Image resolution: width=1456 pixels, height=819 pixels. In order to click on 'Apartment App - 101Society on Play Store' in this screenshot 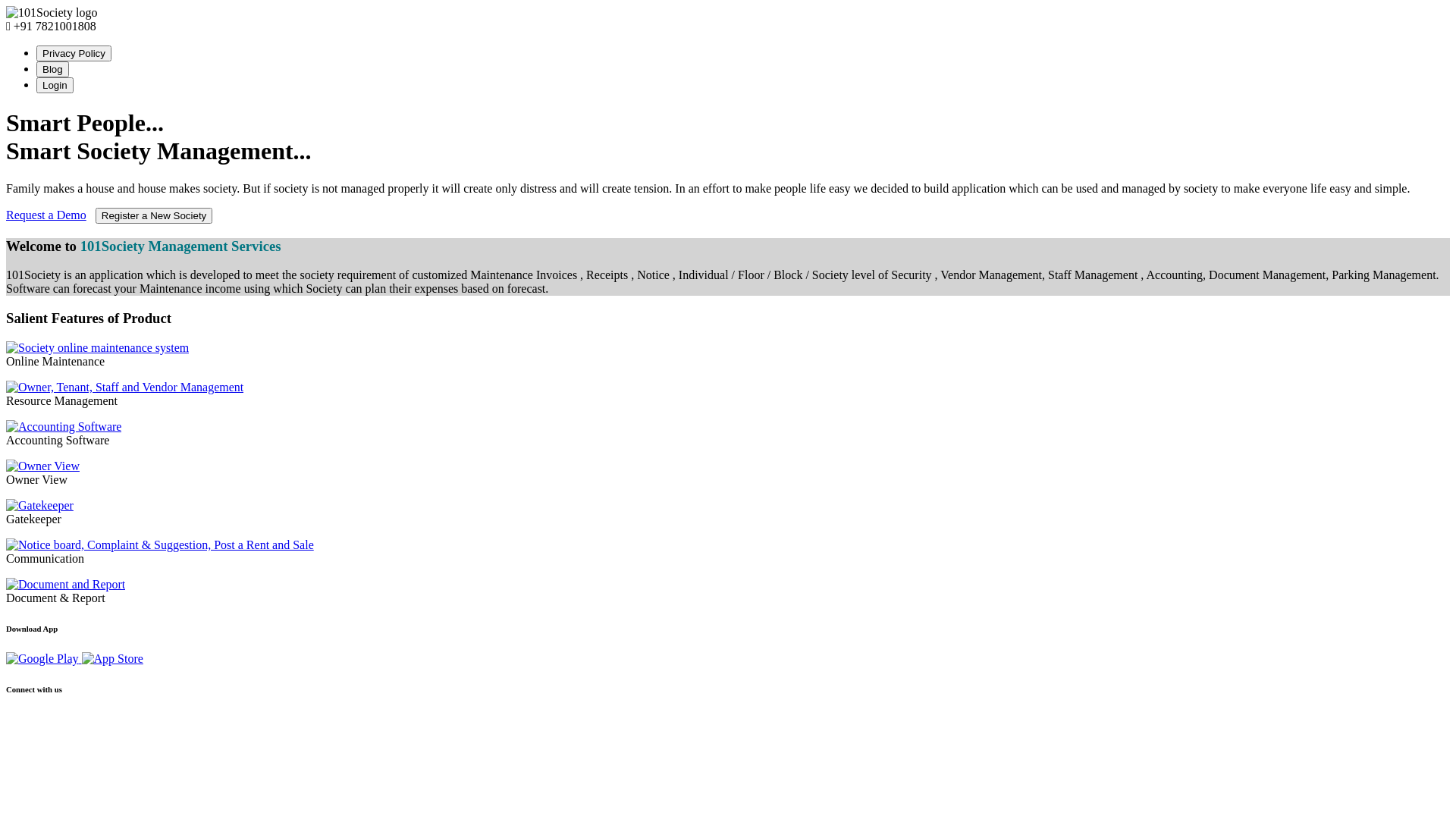, I will do `click(6, 657)`.